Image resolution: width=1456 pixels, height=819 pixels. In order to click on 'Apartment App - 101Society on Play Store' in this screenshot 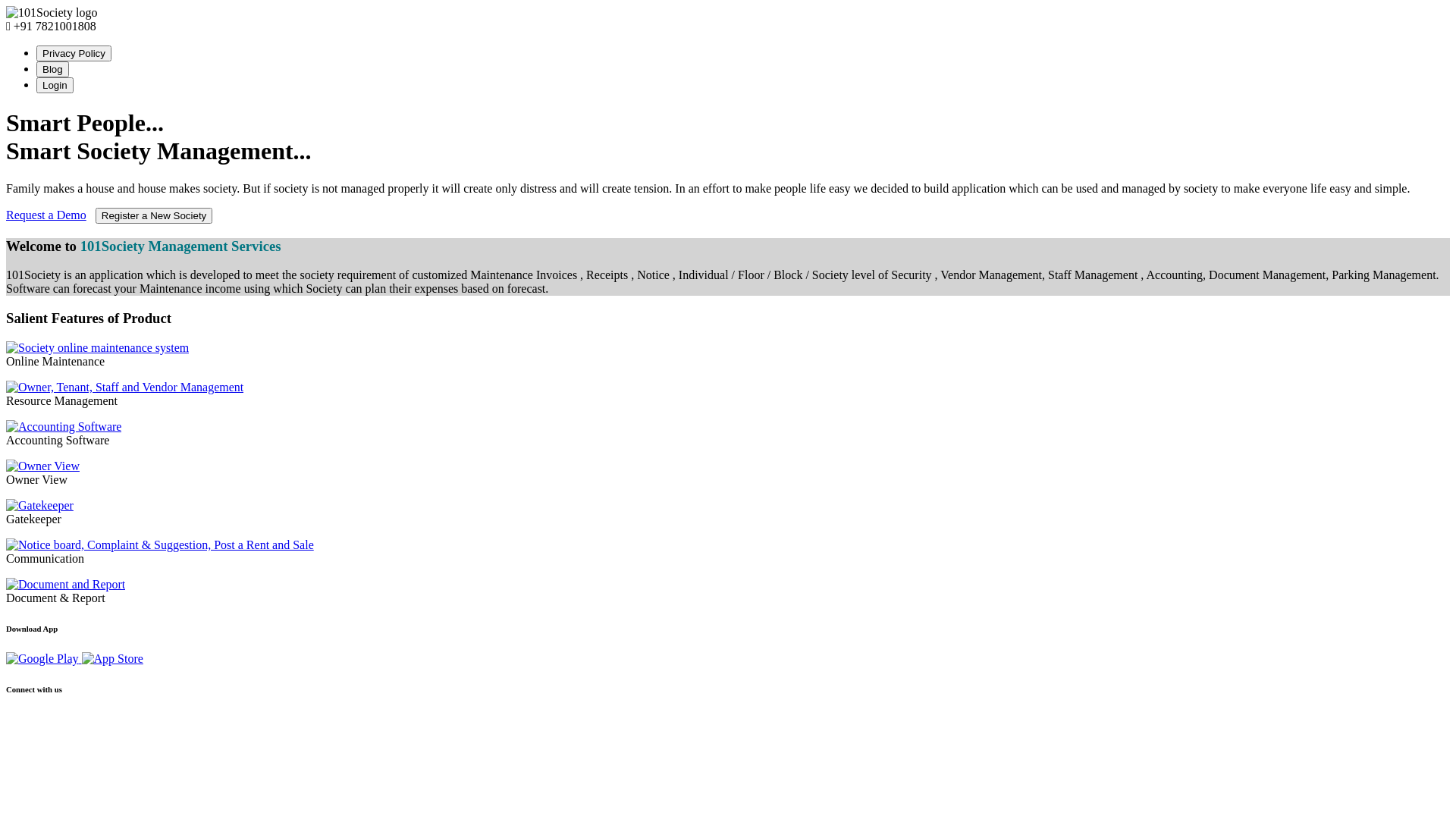, I will do `click(6, 657)`.